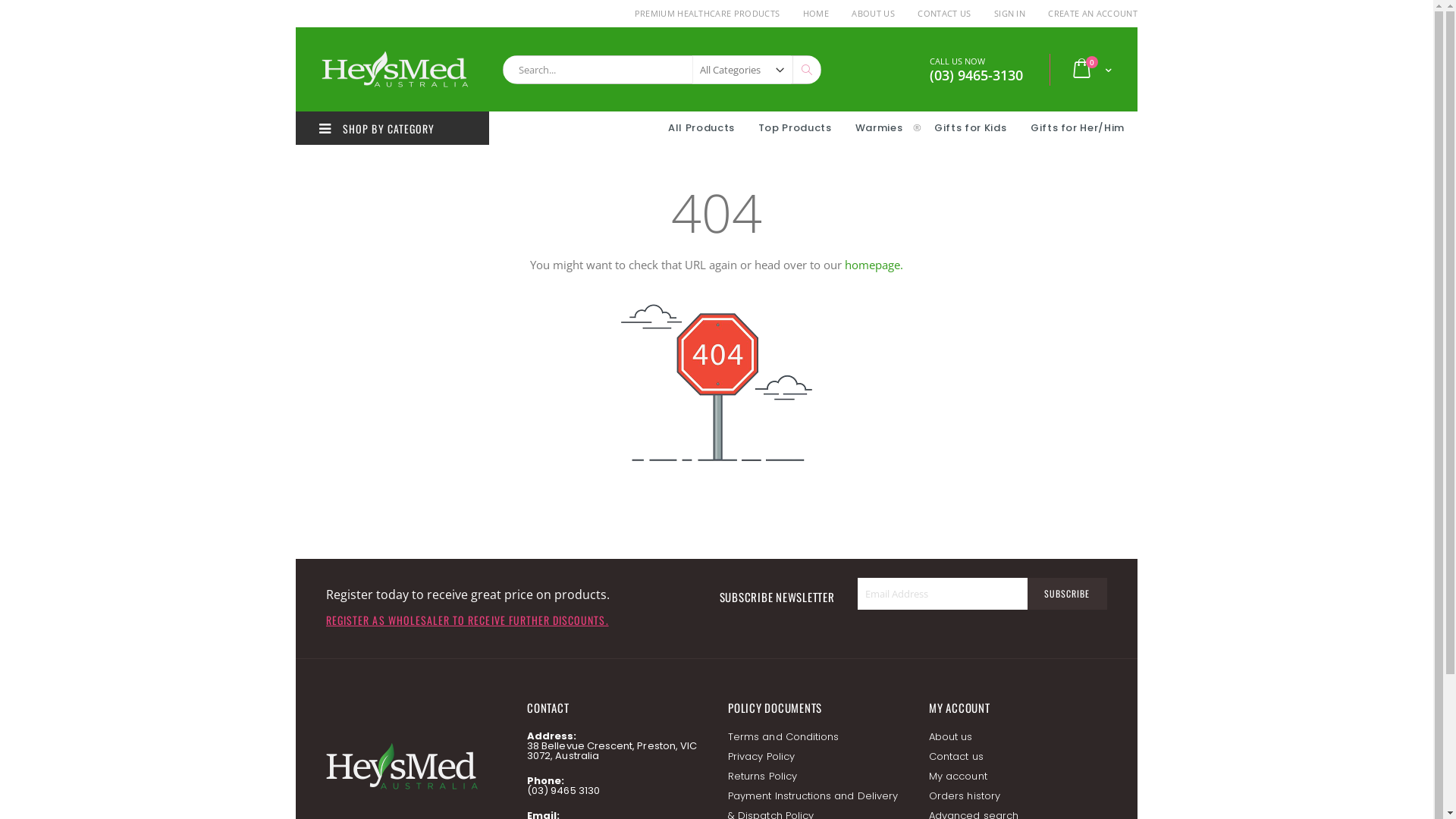 This screenshot has width=1456, height=819. Describe the element at coordinates (879, 127) in the screenshot. I see `'Warmies'` at that location.